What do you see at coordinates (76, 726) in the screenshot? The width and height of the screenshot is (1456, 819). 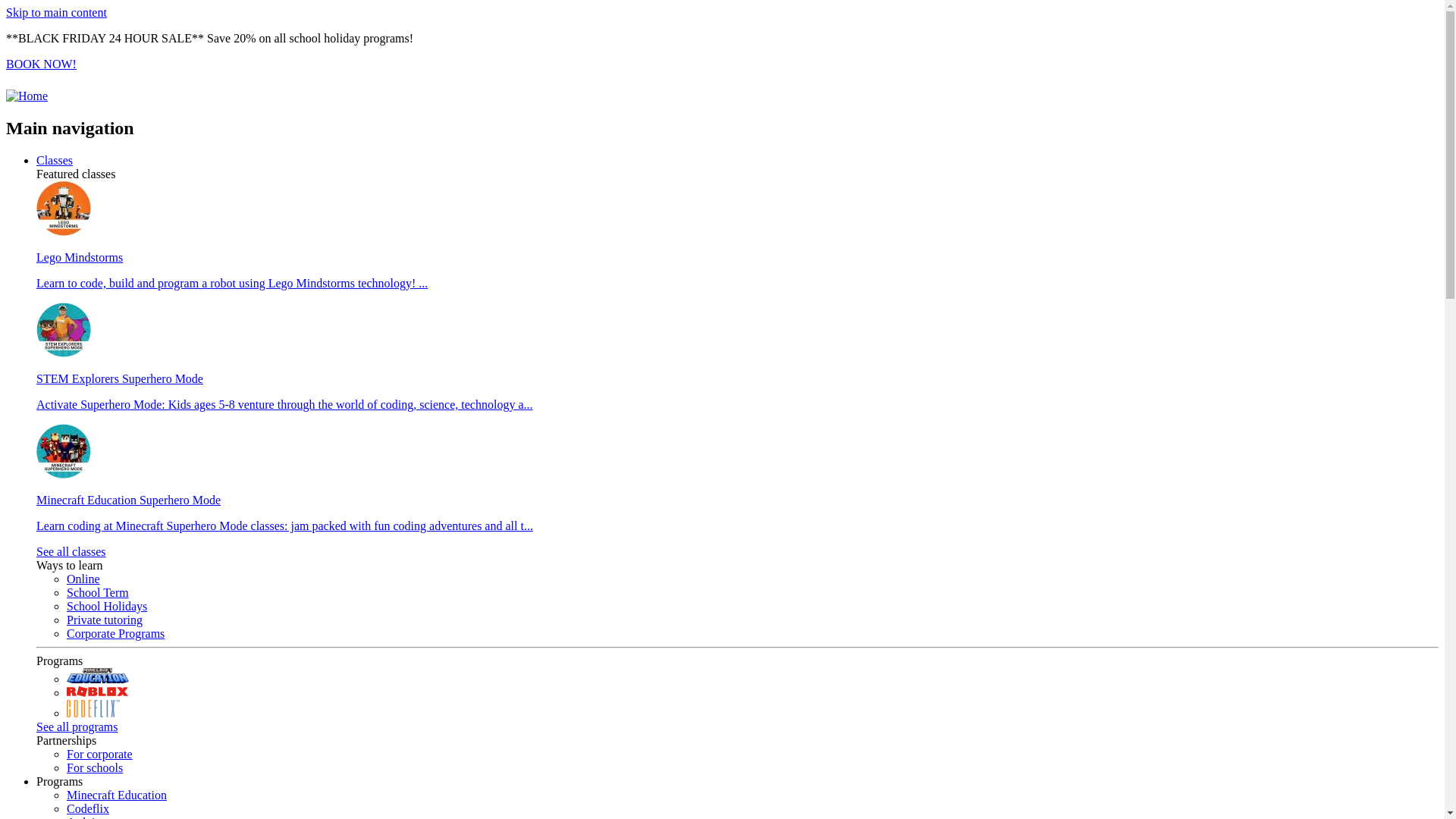 I see `'See all programs'` at bounding box center [76, 726].